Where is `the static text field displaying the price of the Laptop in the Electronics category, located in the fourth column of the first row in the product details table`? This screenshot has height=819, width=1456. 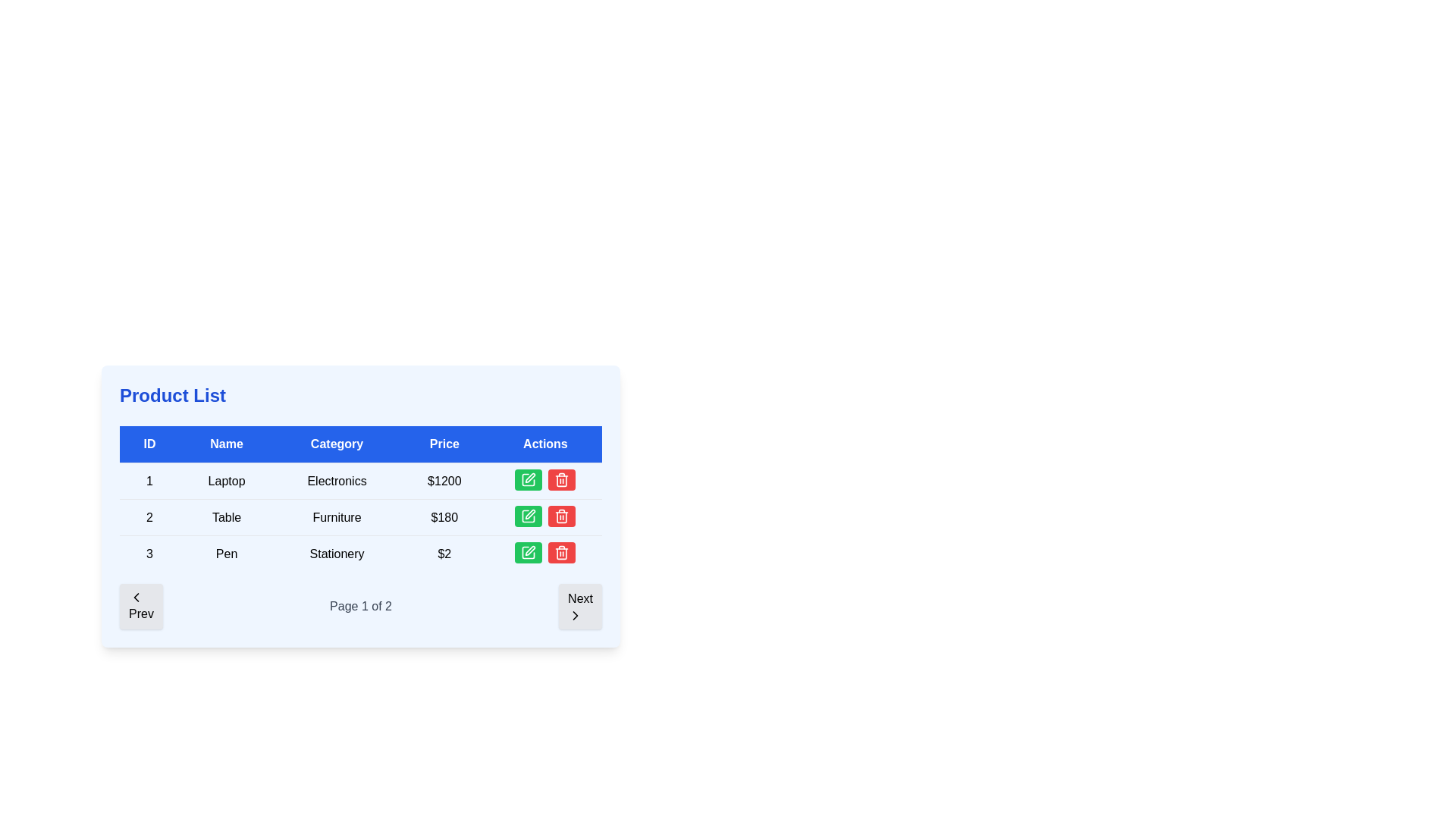
the static text field displaying the price of the Laptop in the Electronics category, located in the fourth column of the first row in the product details table is located at coordinates (444, 481).